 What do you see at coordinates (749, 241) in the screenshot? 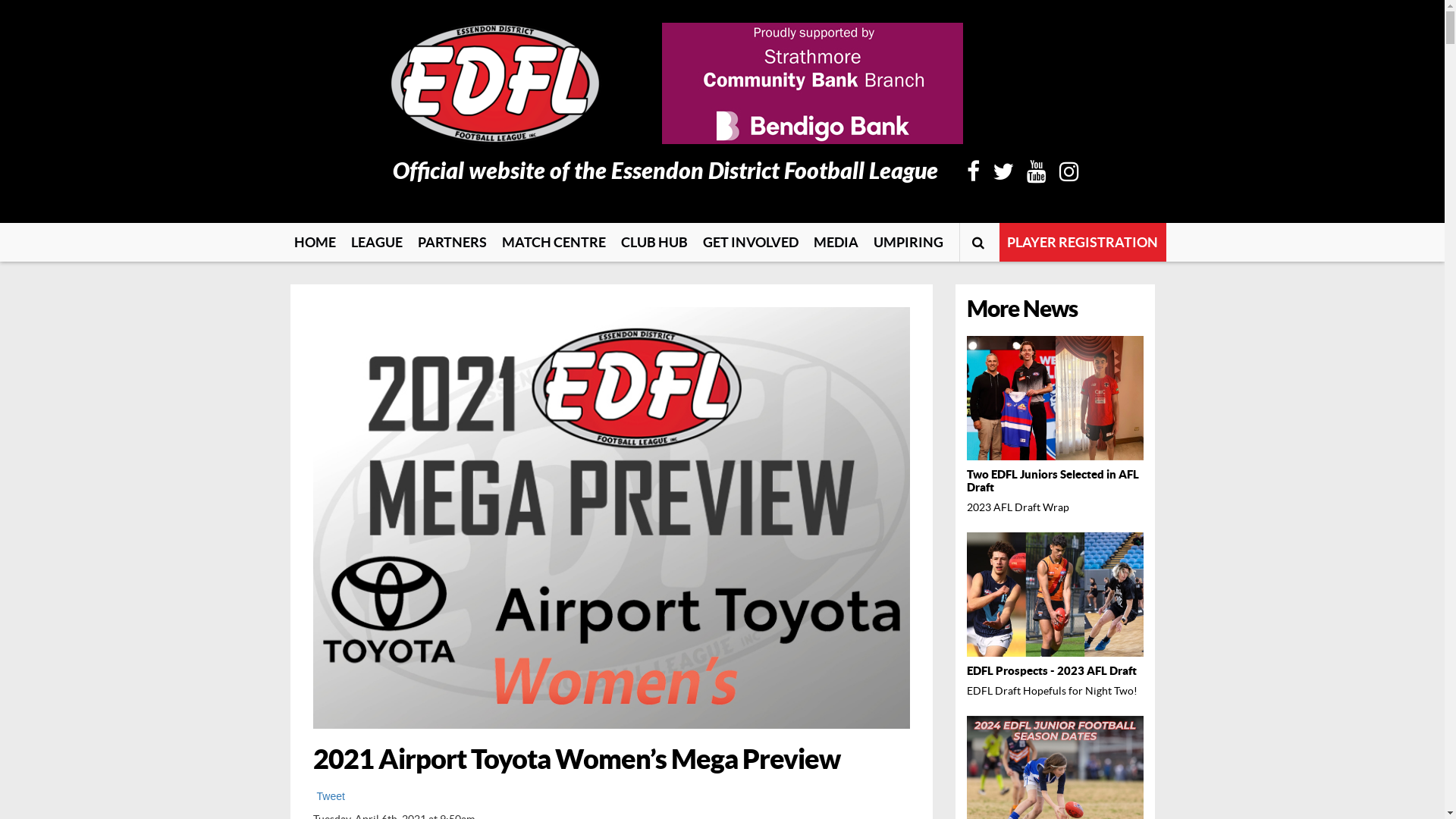
I see `'GET INVOLVED'` at bounding box center [749, 241].